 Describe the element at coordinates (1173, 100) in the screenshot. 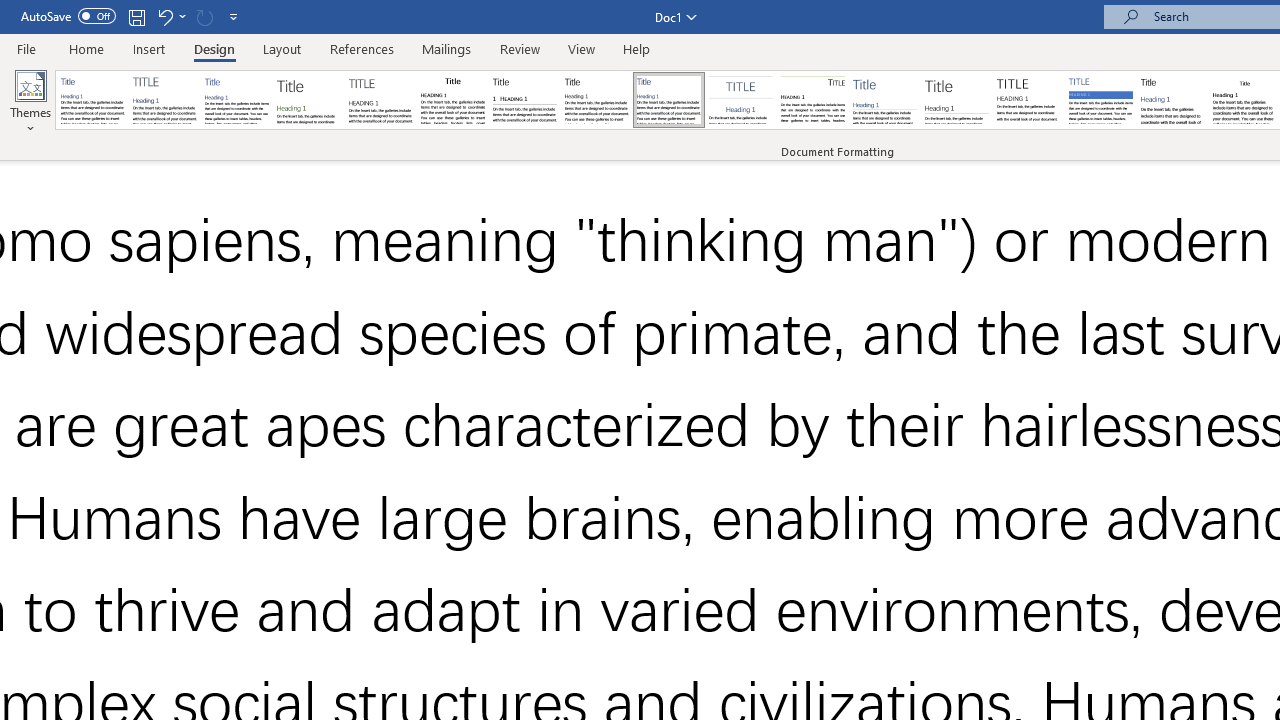

I see `'Word'` at that location.